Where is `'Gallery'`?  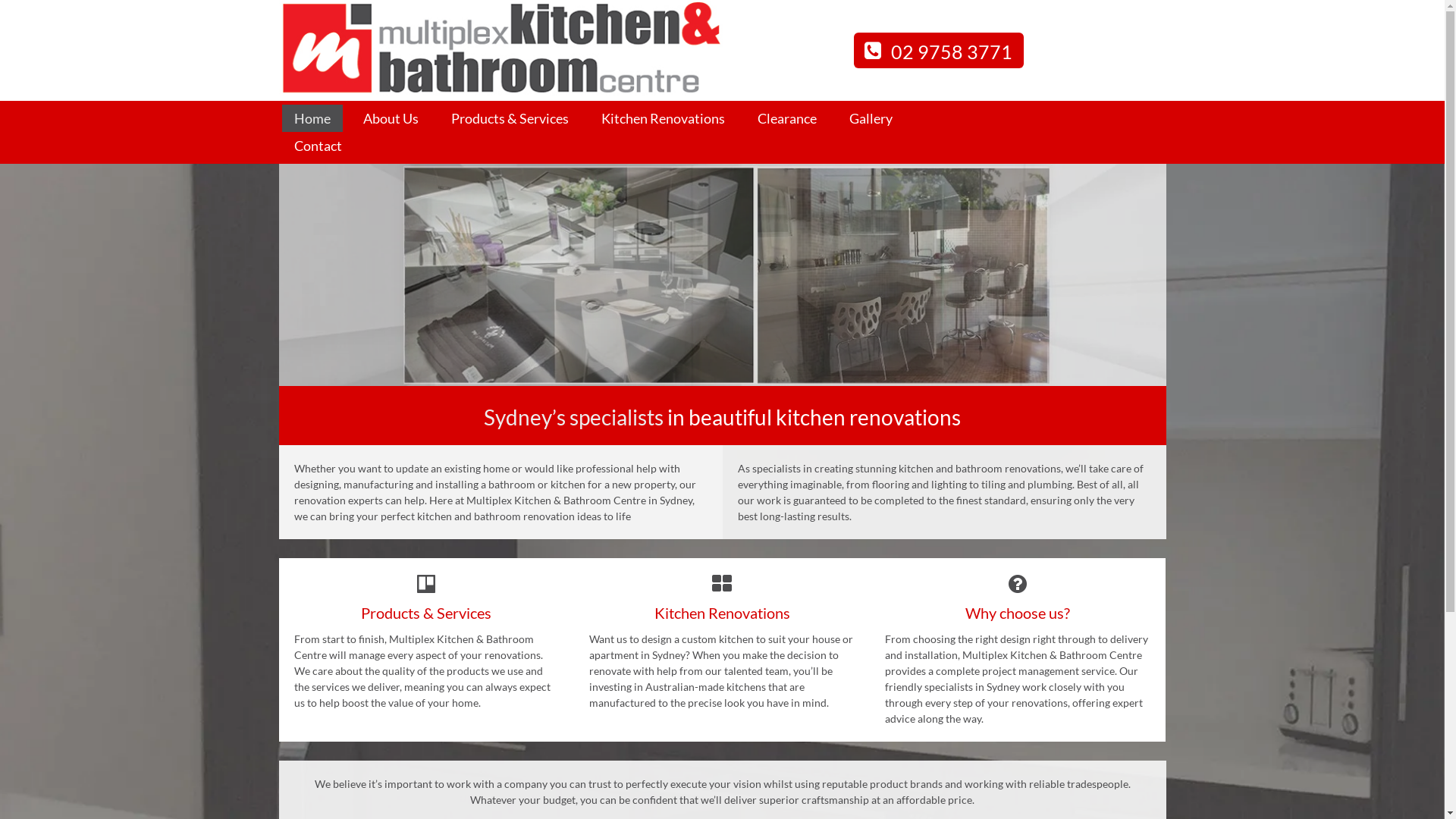 'Gallery' is located at coordinates (836, 118).